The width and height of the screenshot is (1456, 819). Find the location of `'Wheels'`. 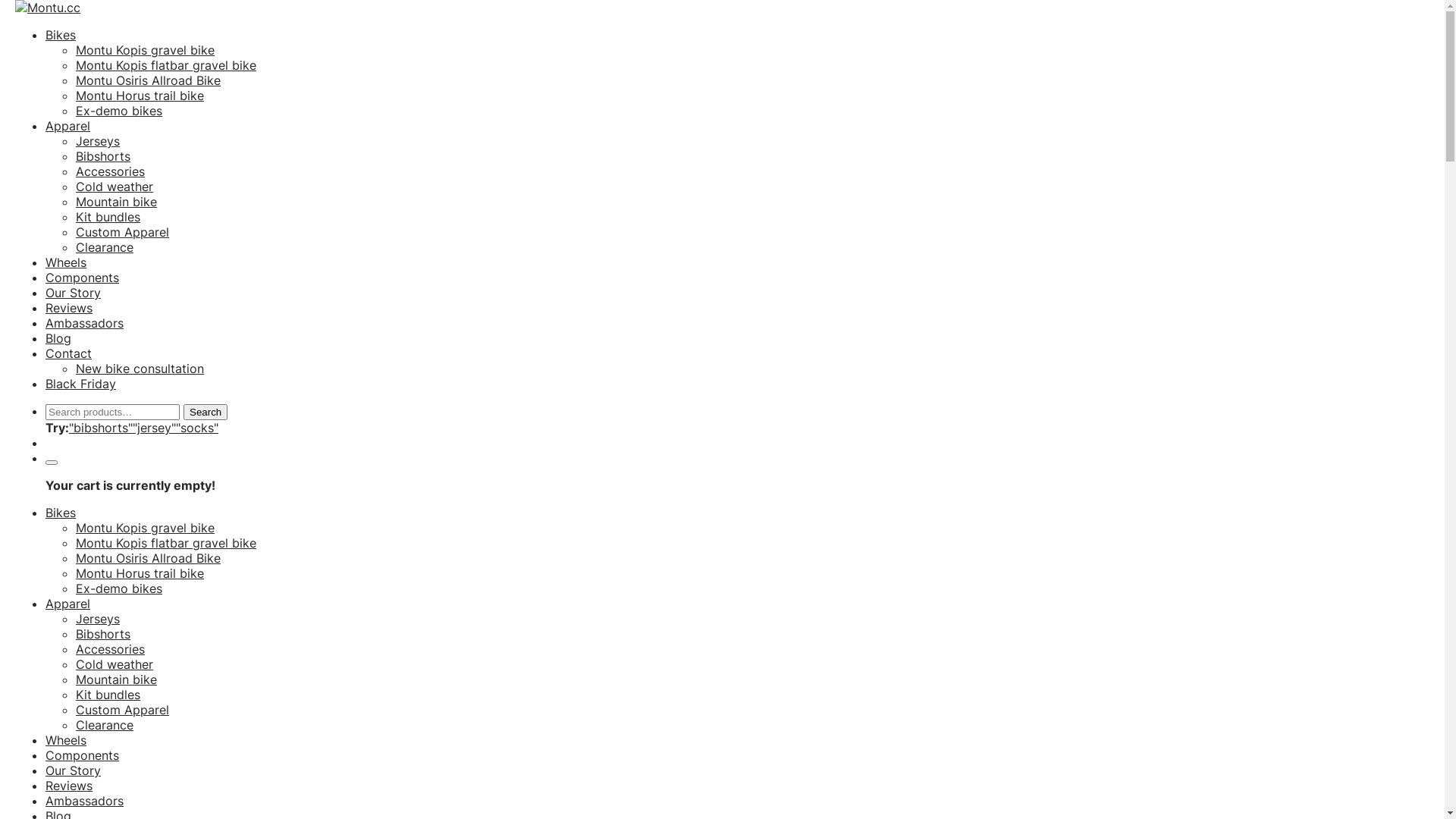

'Wheels' is located at coordinates (64, 262).